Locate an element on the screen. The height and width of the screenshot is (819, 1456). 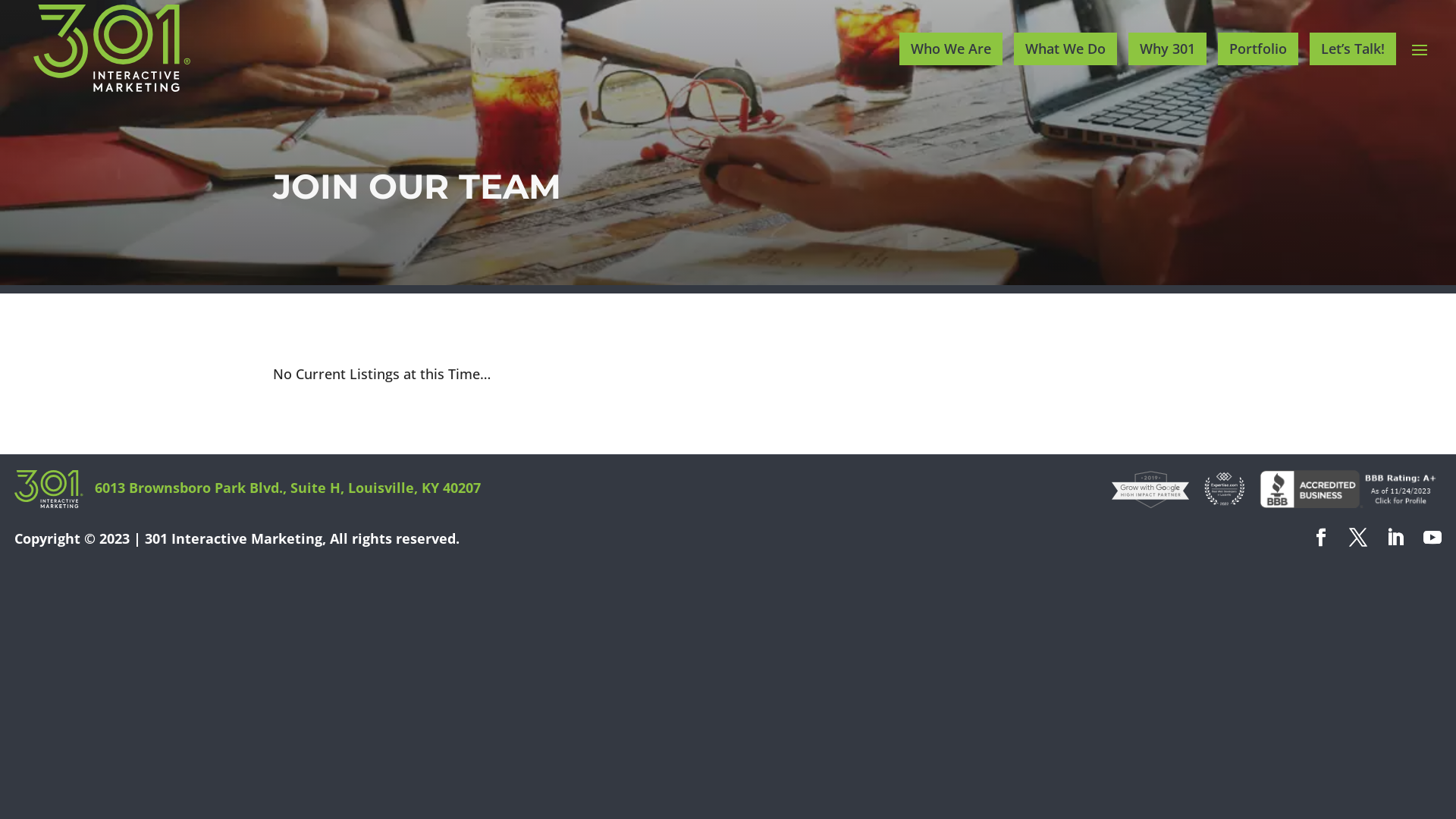
'Who We Are' is located at coordinates (949, 48).